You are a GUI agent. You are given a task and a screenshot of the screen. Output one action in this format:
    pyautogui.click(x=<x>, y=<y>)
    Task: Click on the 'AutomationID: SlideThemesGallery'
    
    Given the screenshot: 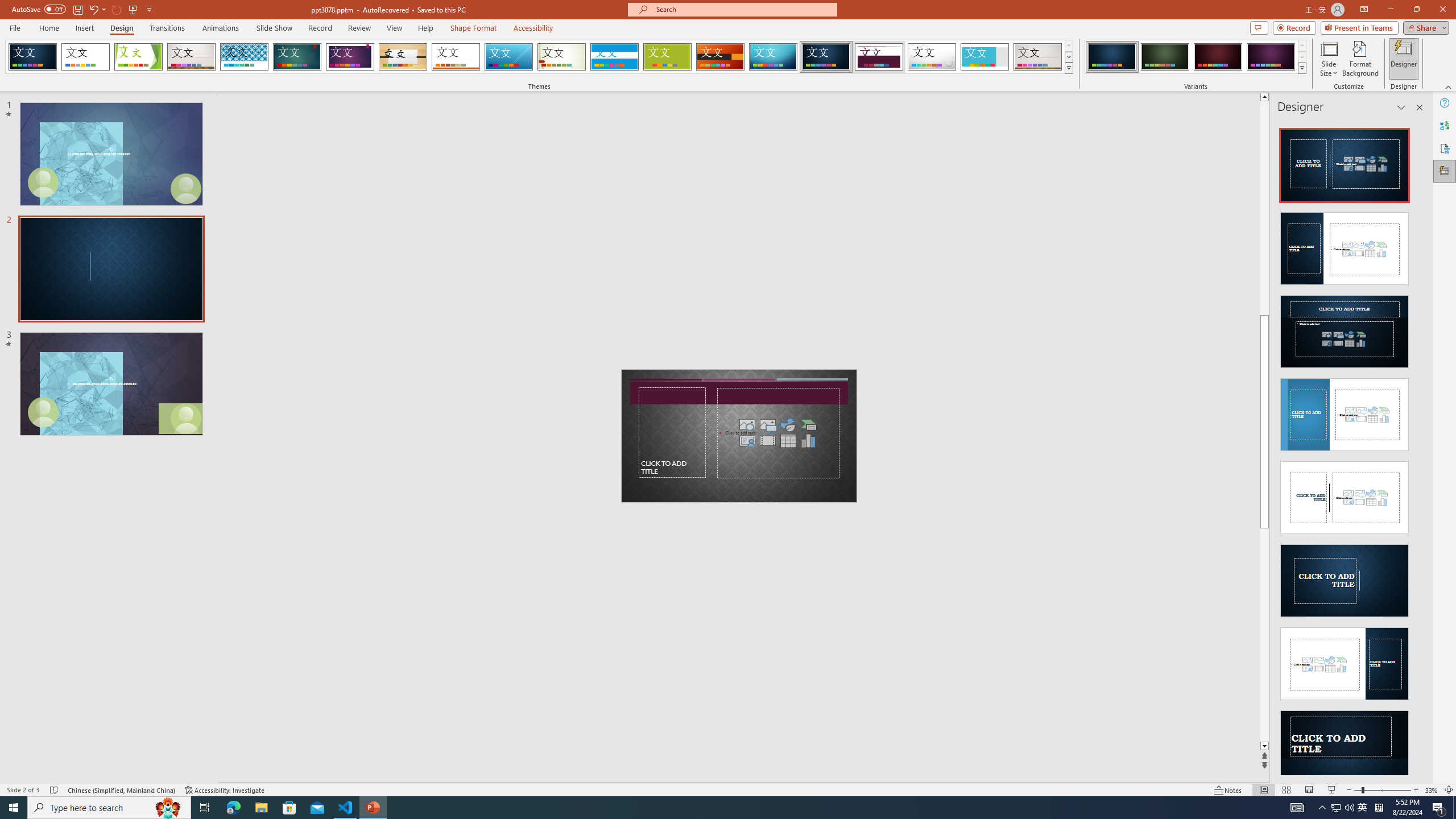 What is the action you would take?
    pyautogui.click(x=539, y=56)
    